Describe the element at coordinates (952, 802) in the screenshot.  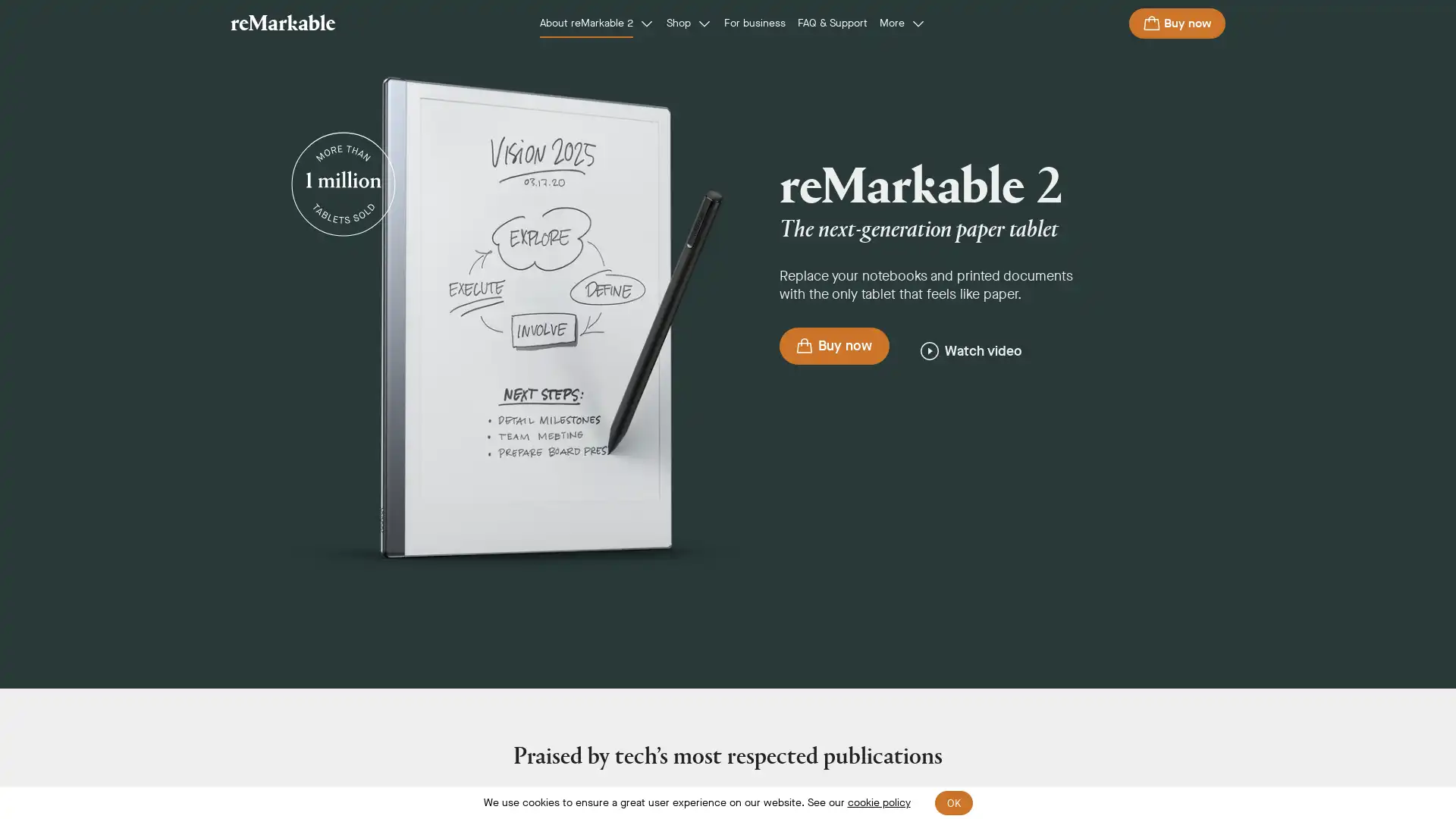
I see `OK` at that location.